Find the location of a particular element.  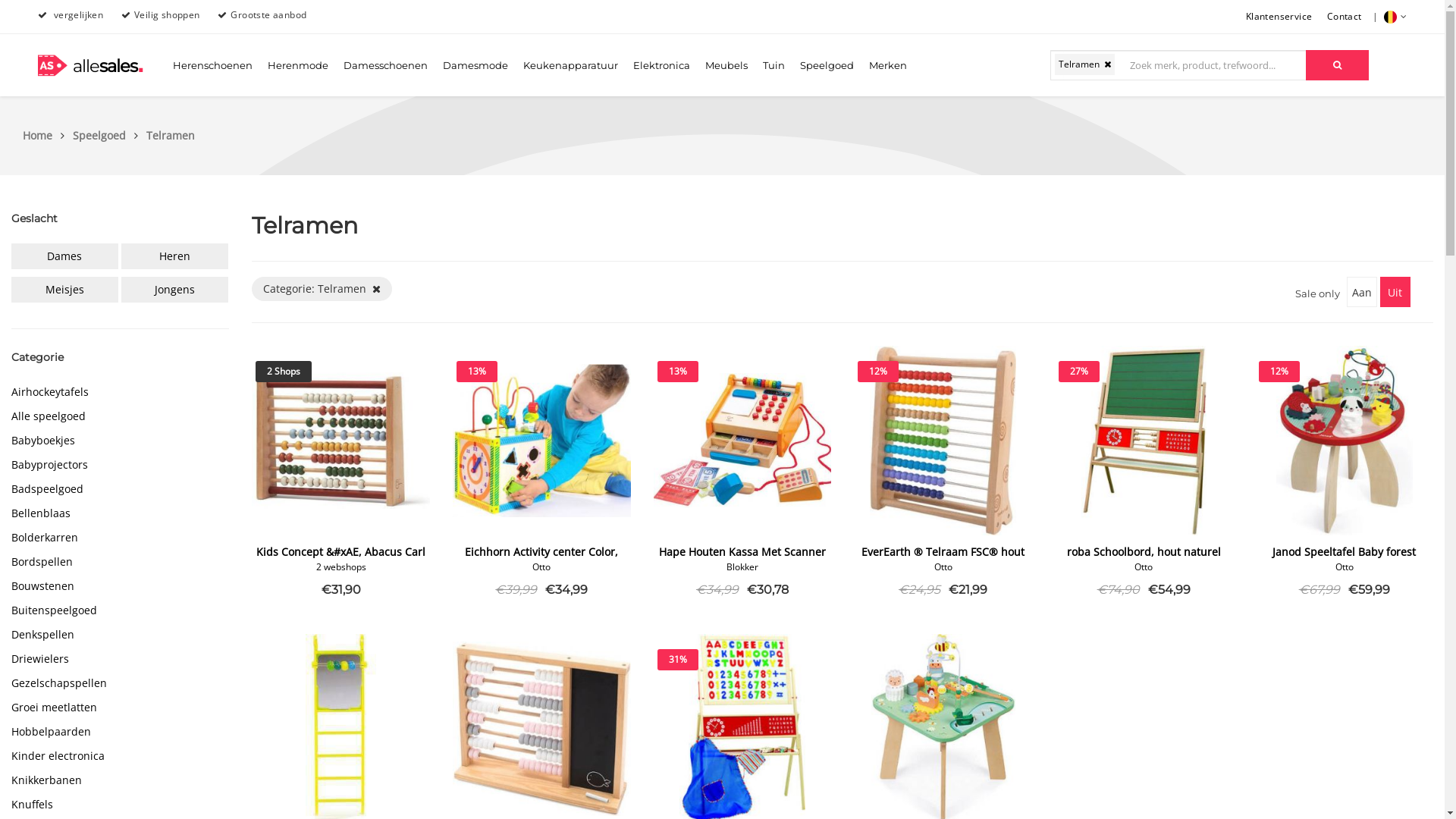

'Blokker' is located at coordinates (742, 566).